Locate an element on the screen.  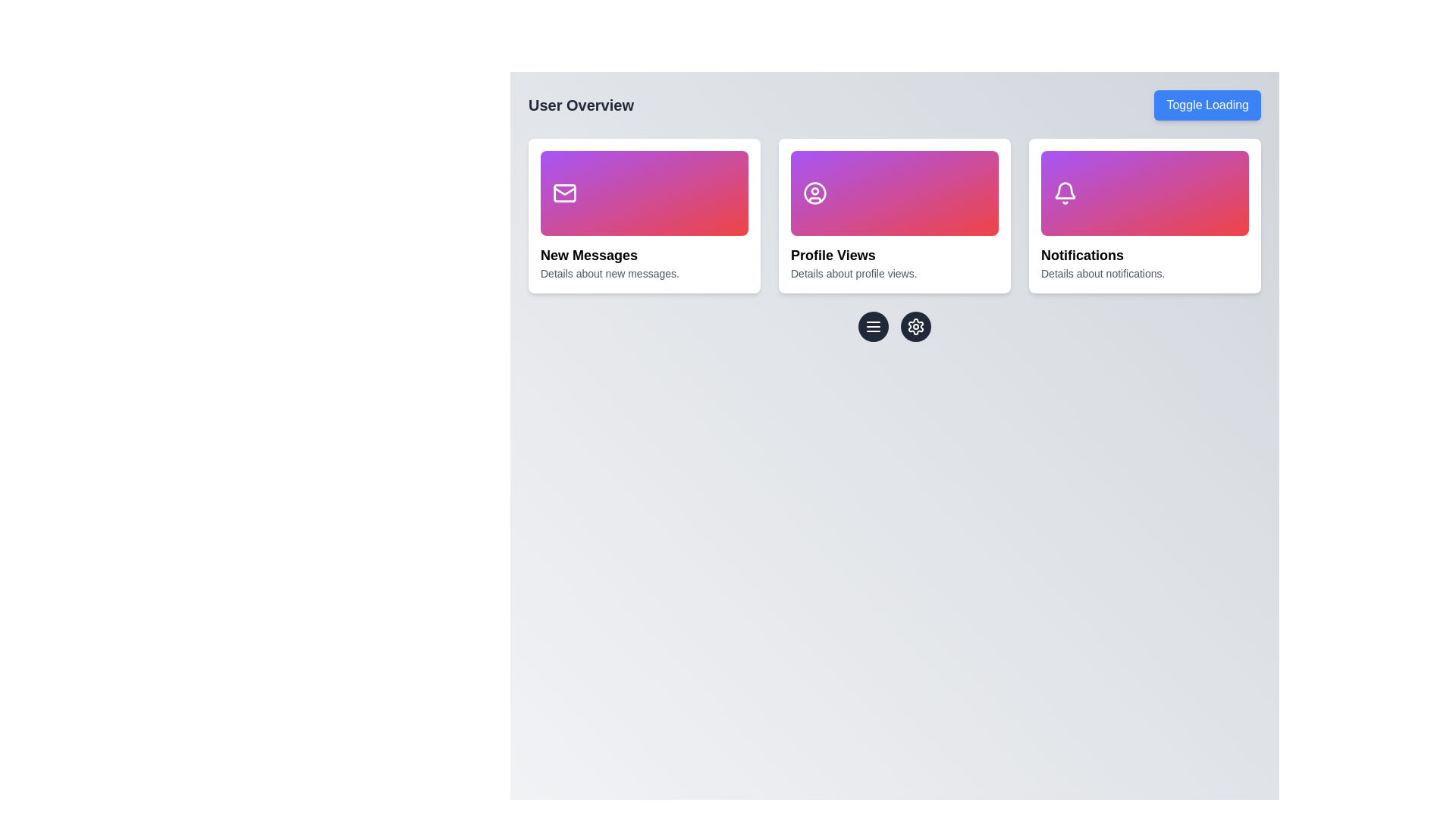
the bell icon located in the upper section of the 'Notifications' card on the right side of the interface is located at coordinates (1065, 190).